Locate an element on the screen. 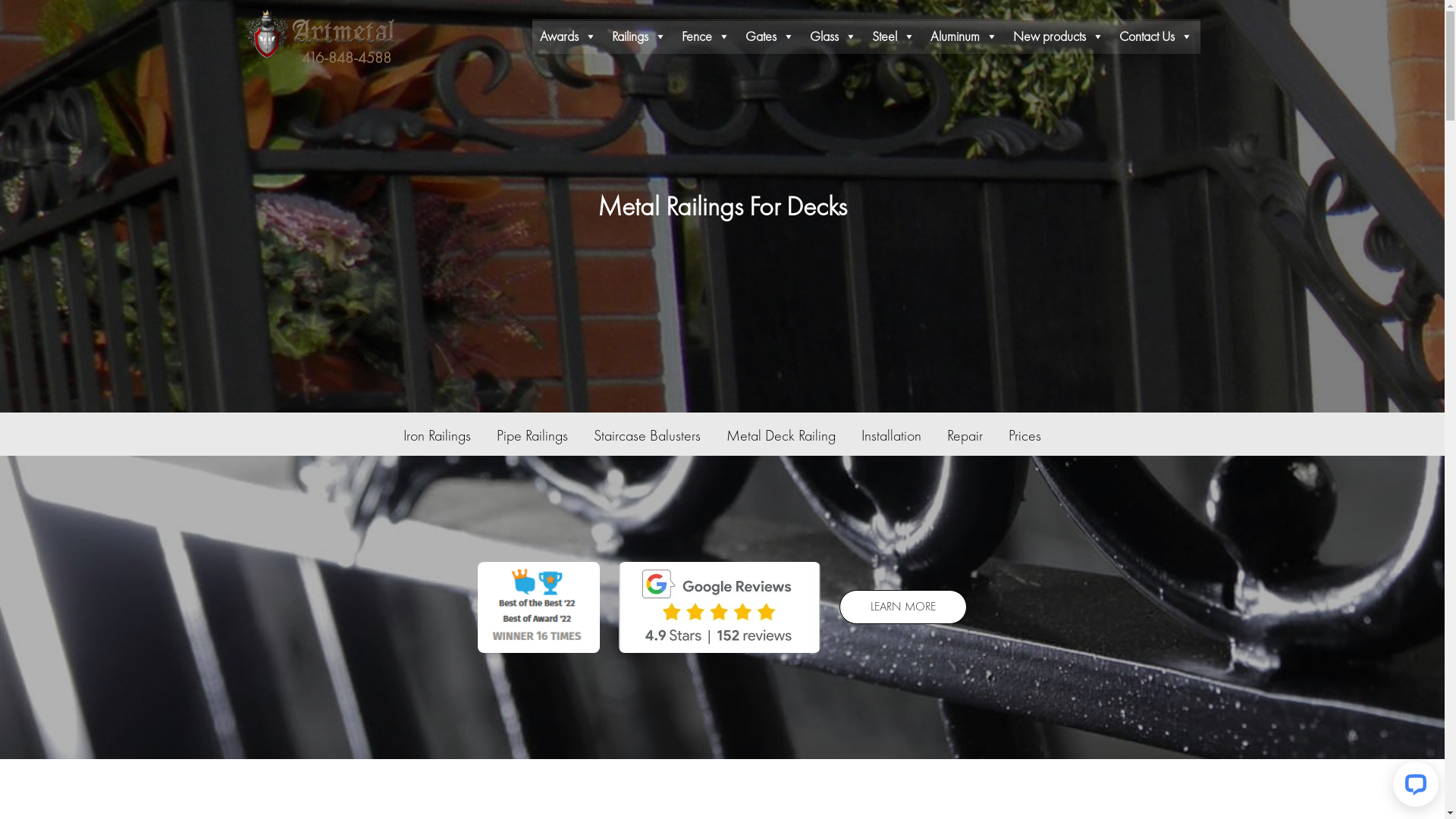 This screenshot has height=819, width=1456. 'Awards' is located at coordinates (567, 35).